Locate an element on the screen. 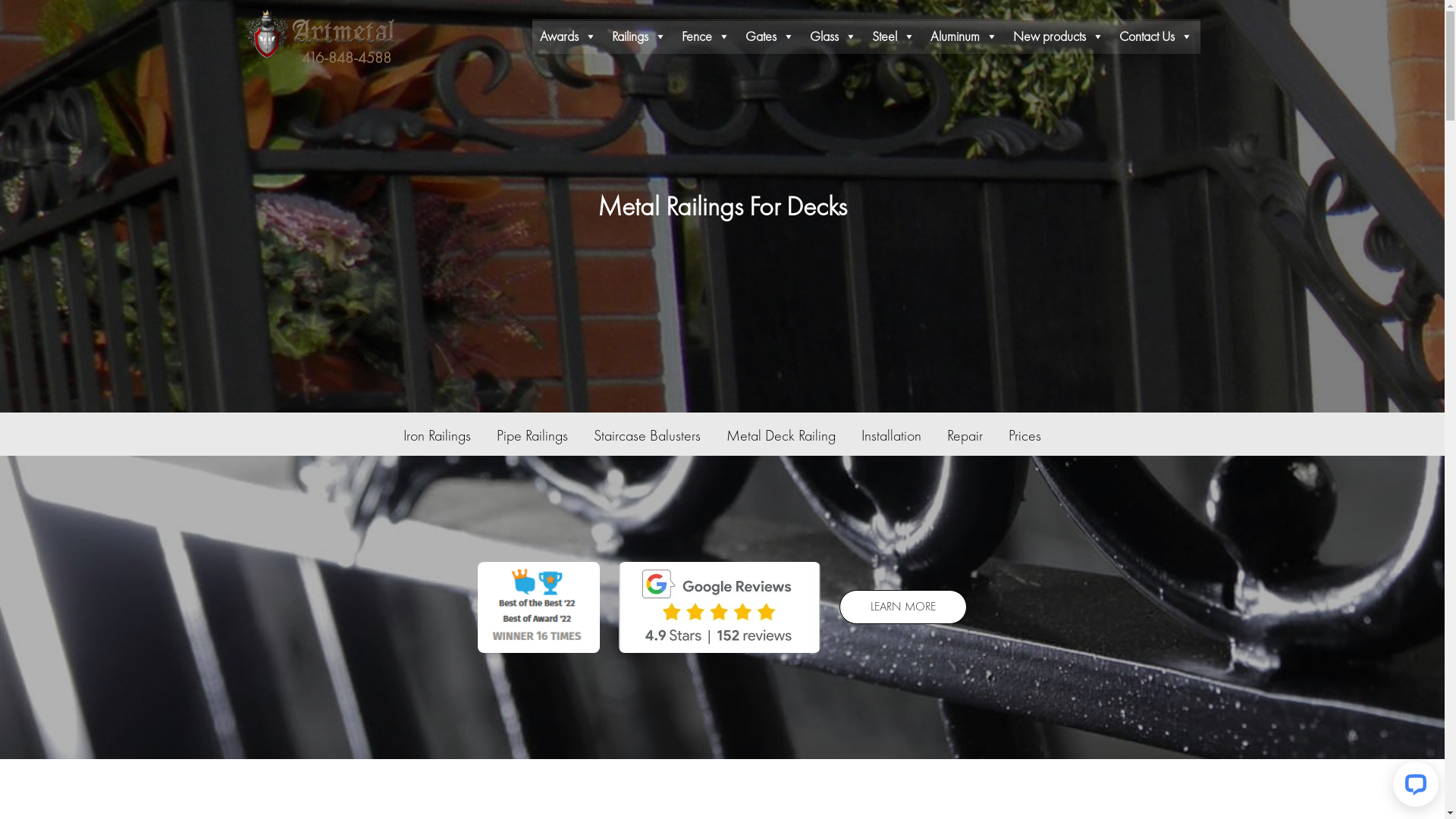 This screenshot has height=819, width=1456. 'Awards' is located at coordinates (567, 35).